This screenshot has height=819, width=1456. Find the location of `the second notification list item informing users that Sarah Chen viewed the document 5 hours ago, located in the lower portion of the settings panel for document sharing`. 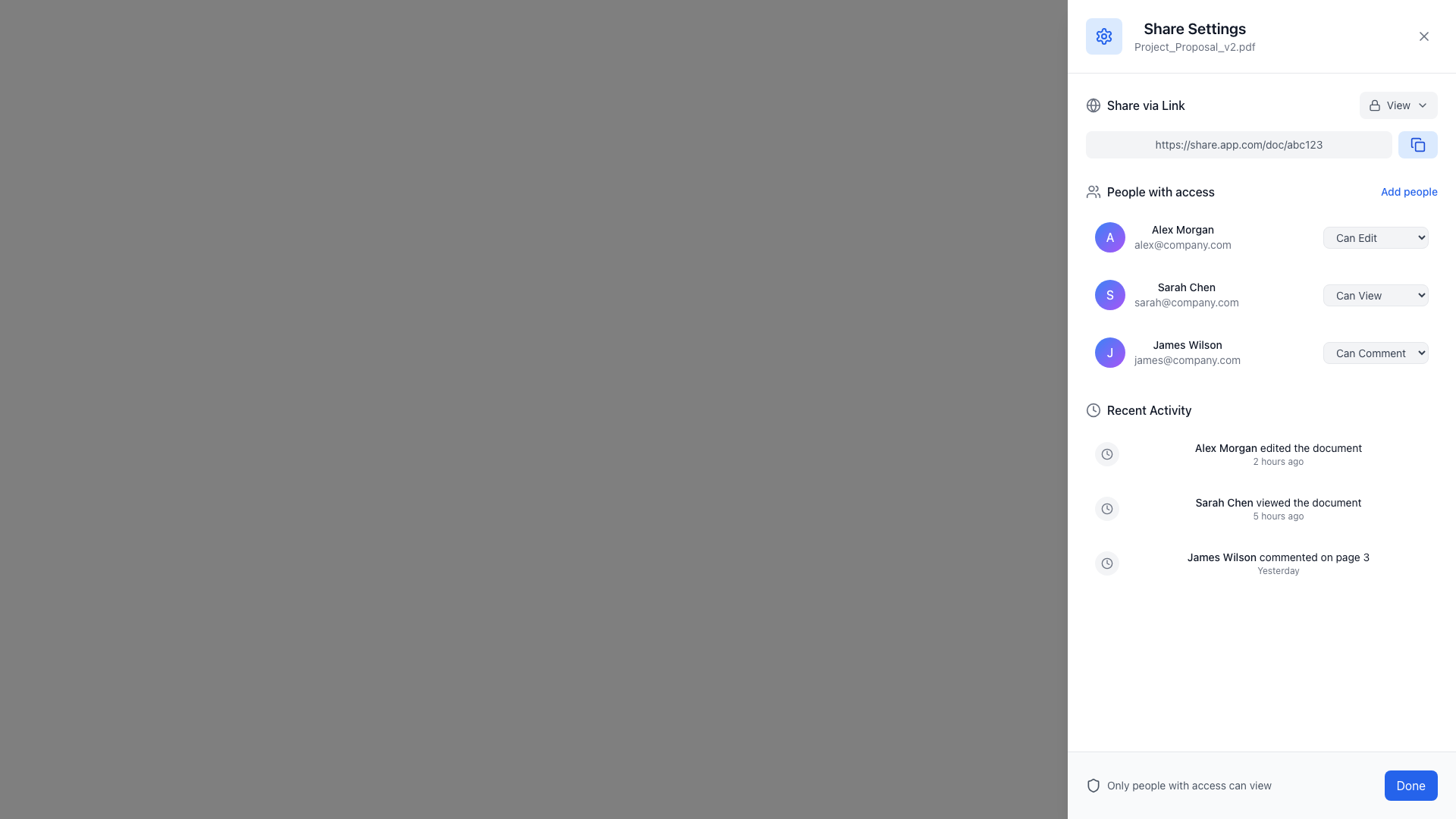

the second notification list item informing users that Sarah Chen viewed the document 5 hours ago, located in the lower portion of the settings panel for document sharing is located at coordinates (1262, 509).